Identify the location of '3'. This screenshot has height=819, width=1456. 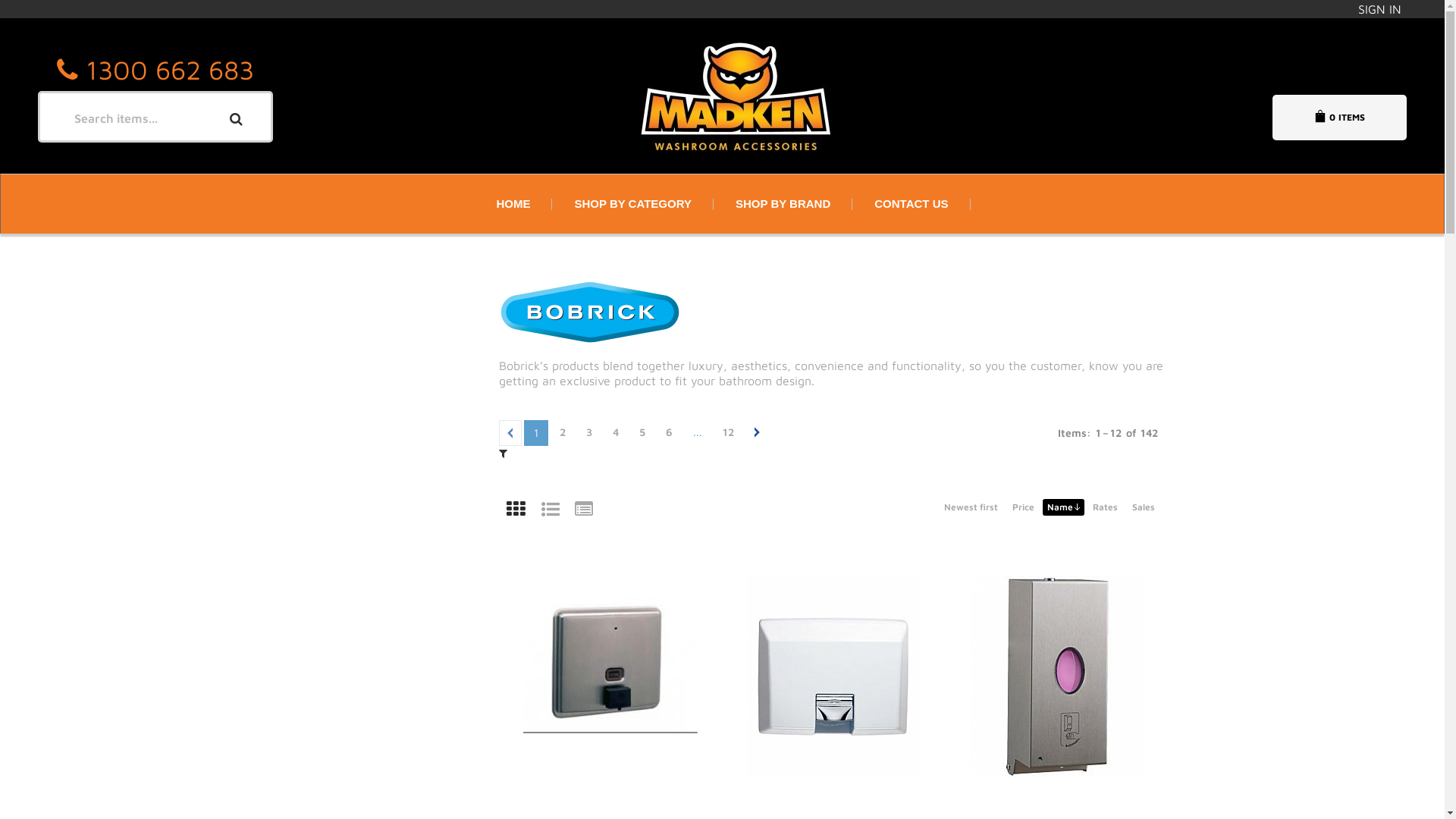
(588, 432).